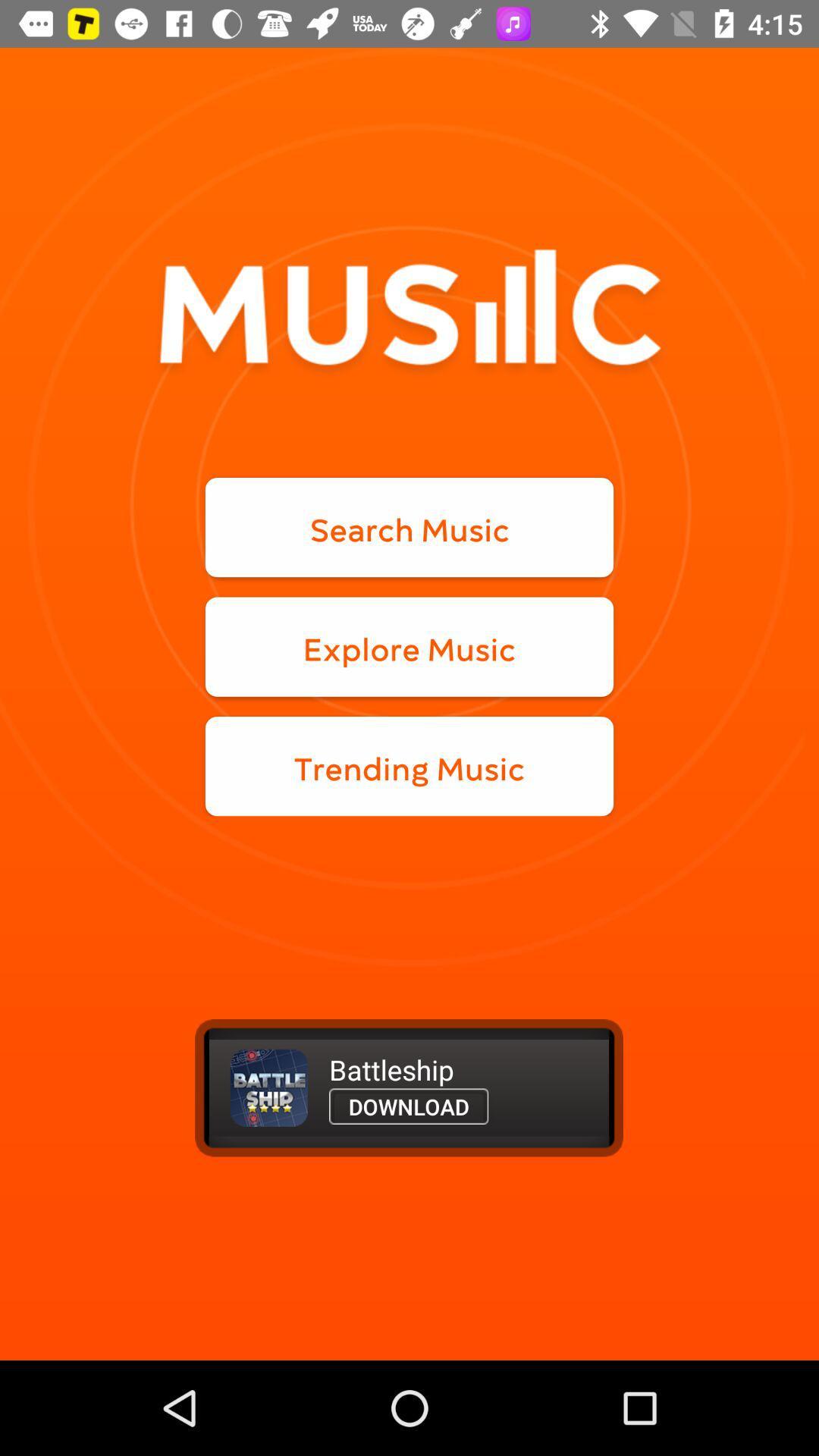  What do you see at coordinates (409, 527) in the screenshot?
I see `search music` at bounding box center [409, 527].